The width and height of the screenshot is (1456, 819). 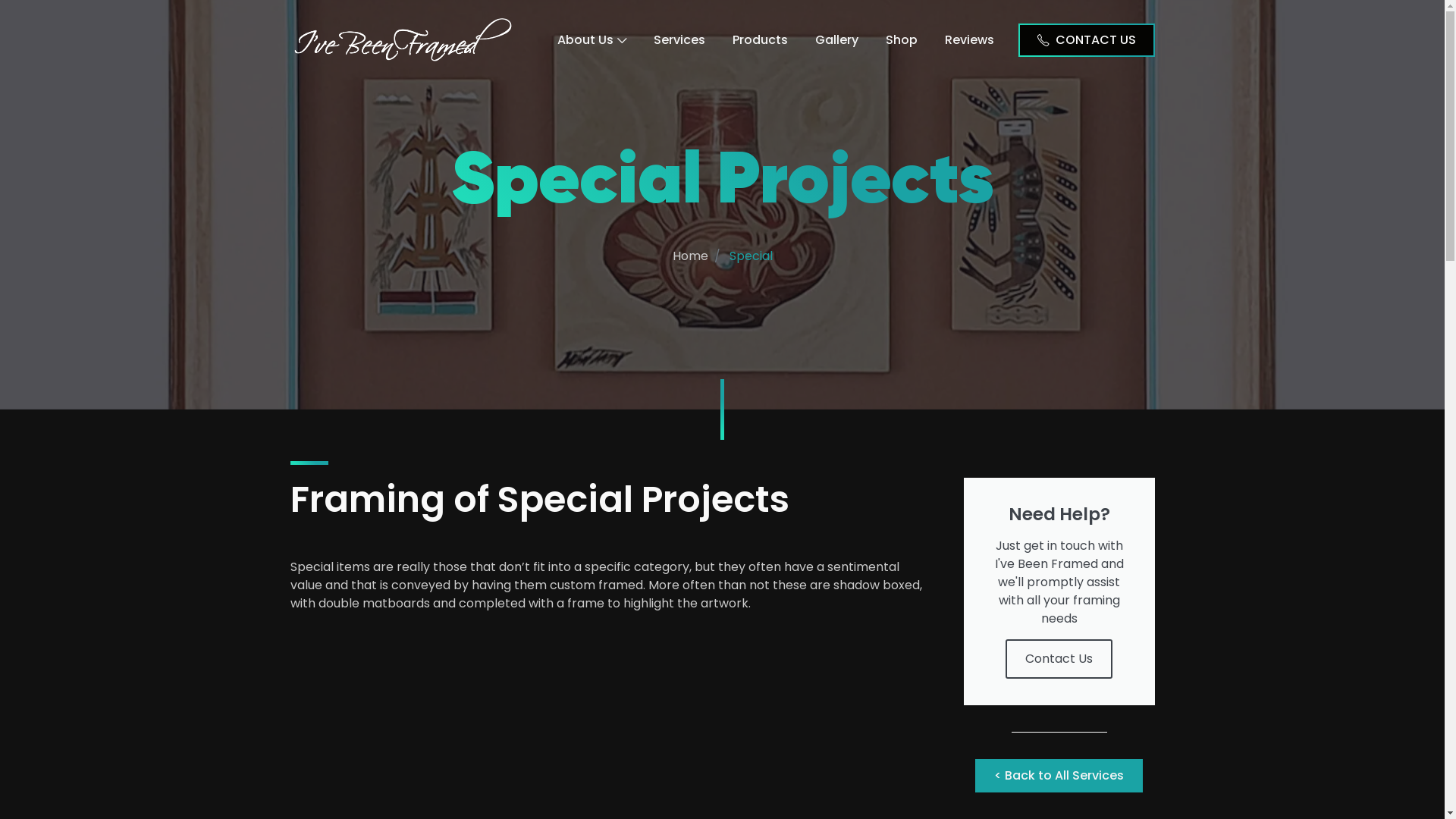 What do you see at coordinates (760, 38) in the screenshot?
I see `'Products'` at bounding box center [760, 38].